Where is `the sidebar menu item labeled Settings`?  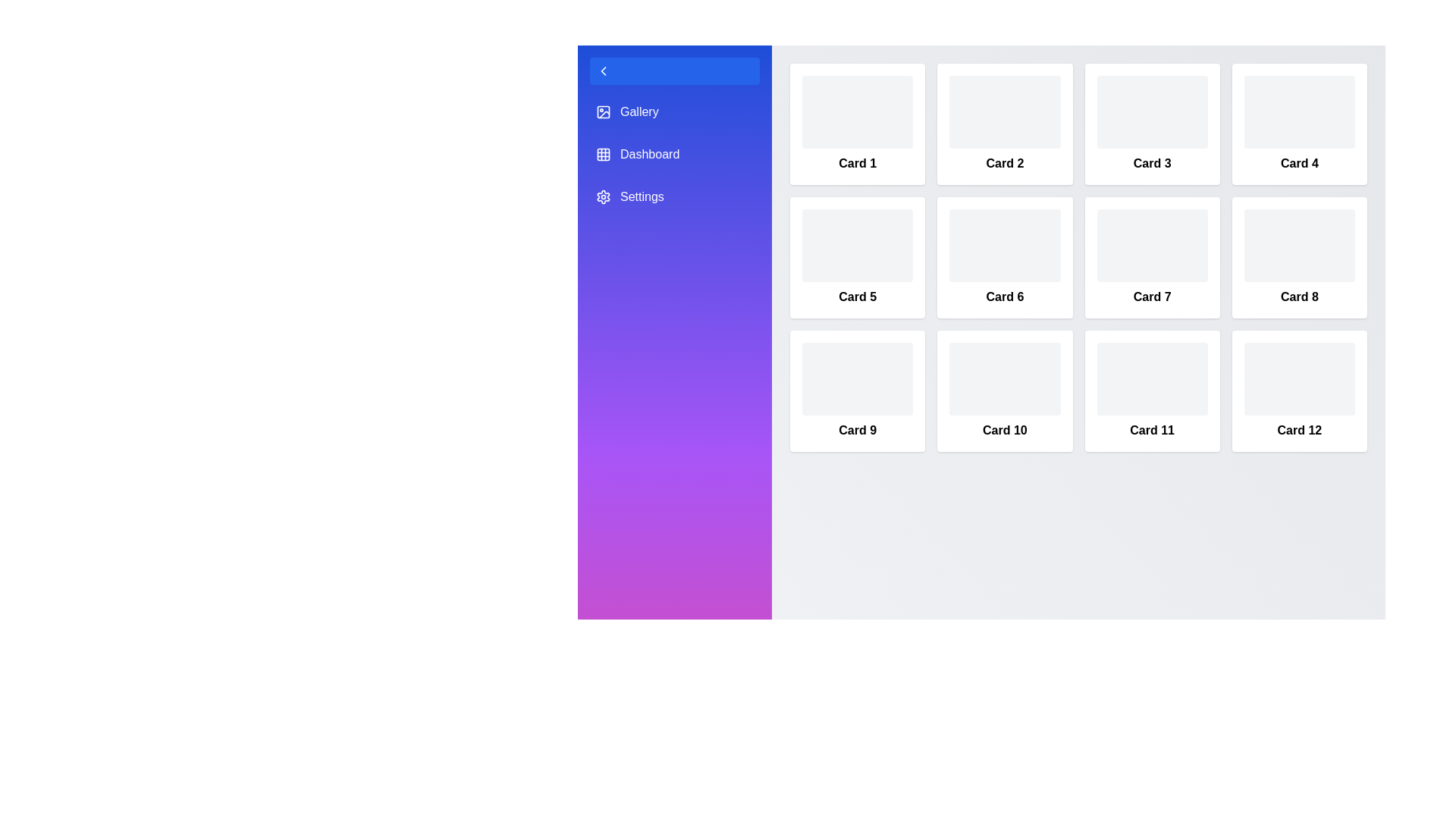 the sidebar menu item labeled Settings is located at coordinates (673, 196).